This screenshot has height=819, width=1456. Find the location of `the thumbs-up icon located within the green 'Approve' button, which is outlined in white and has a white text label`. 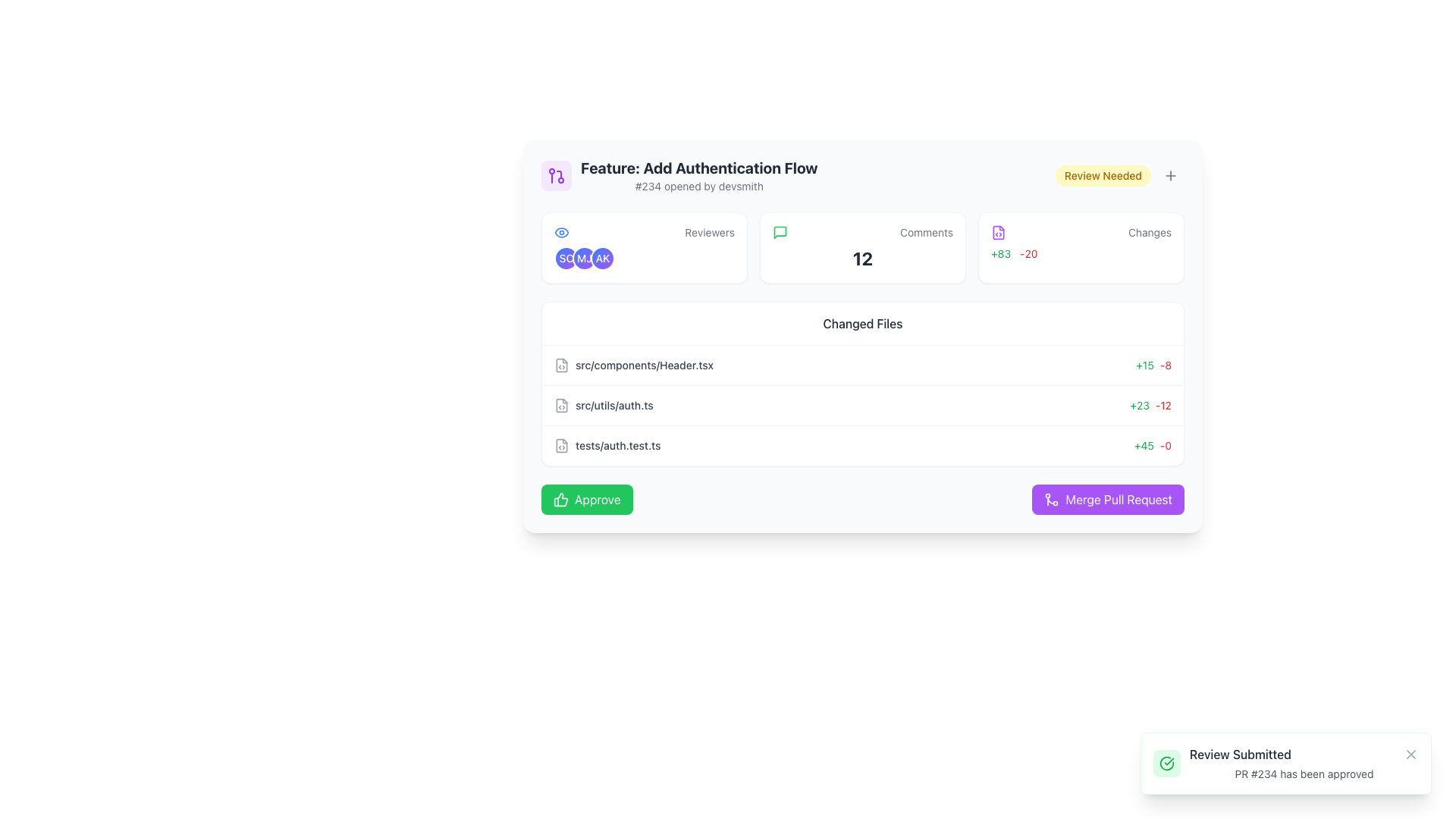

the thumbs-up icon located within the green 'Approve' button, which is outlined in white and has a white text label is located at coordinates (560, 500).